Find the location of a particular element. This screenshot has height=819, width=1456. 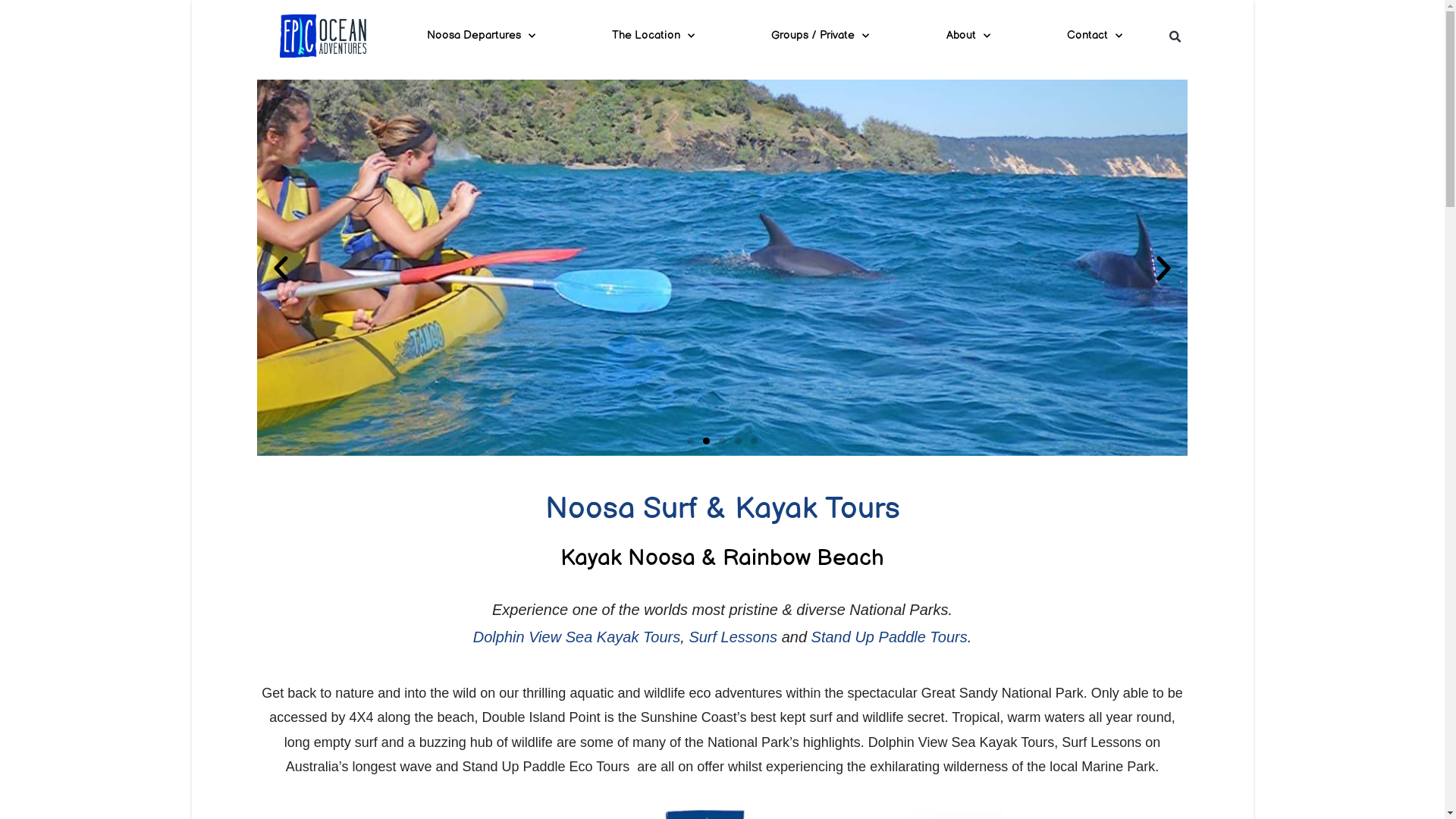

'Contact' is located at coordinates (1028, 35).